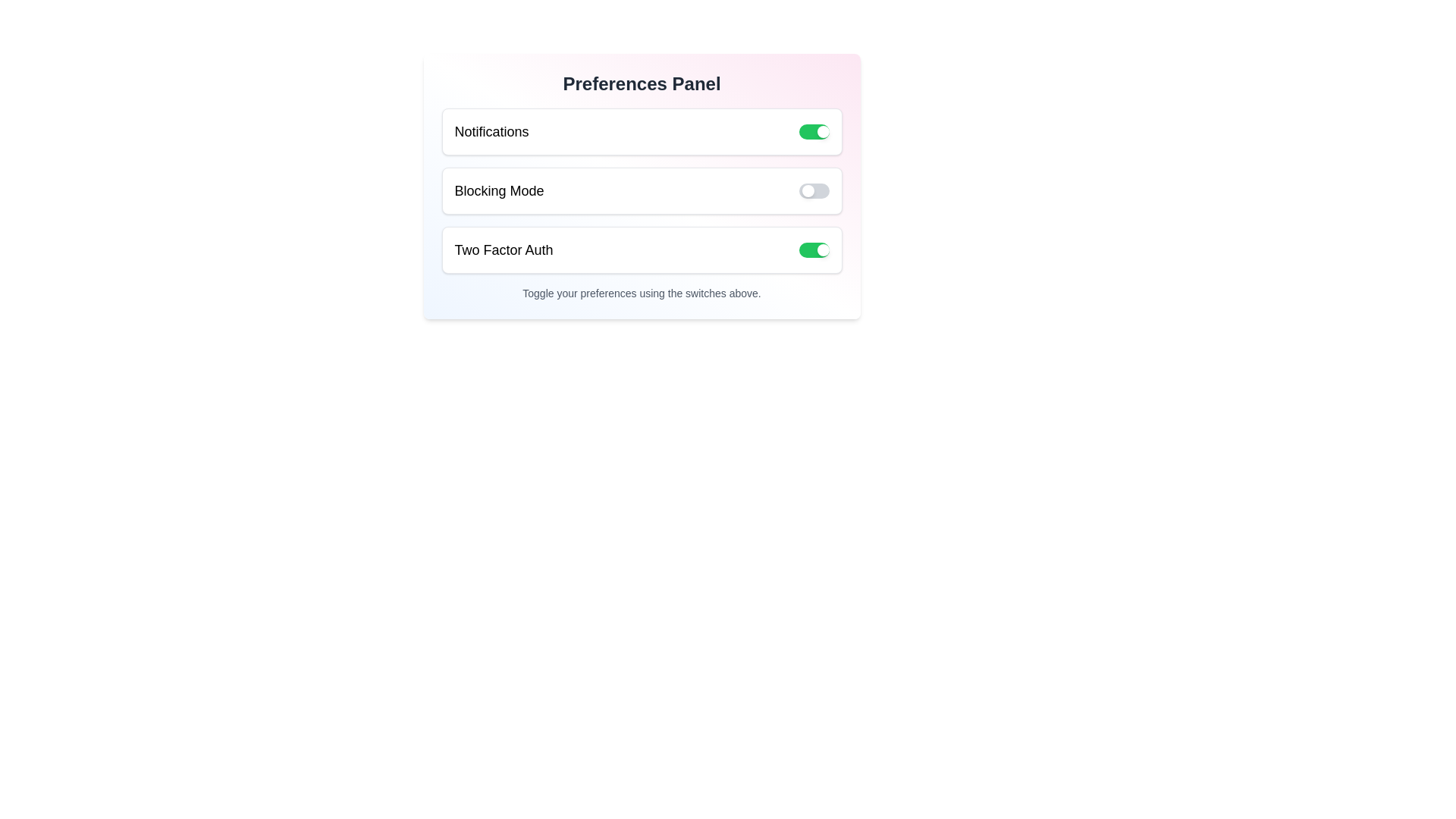 Image resolution: width=1456 pixels, height=819 pixels. I want to click on the 'Notifications' switch to toggle its state, so click(813, 130).